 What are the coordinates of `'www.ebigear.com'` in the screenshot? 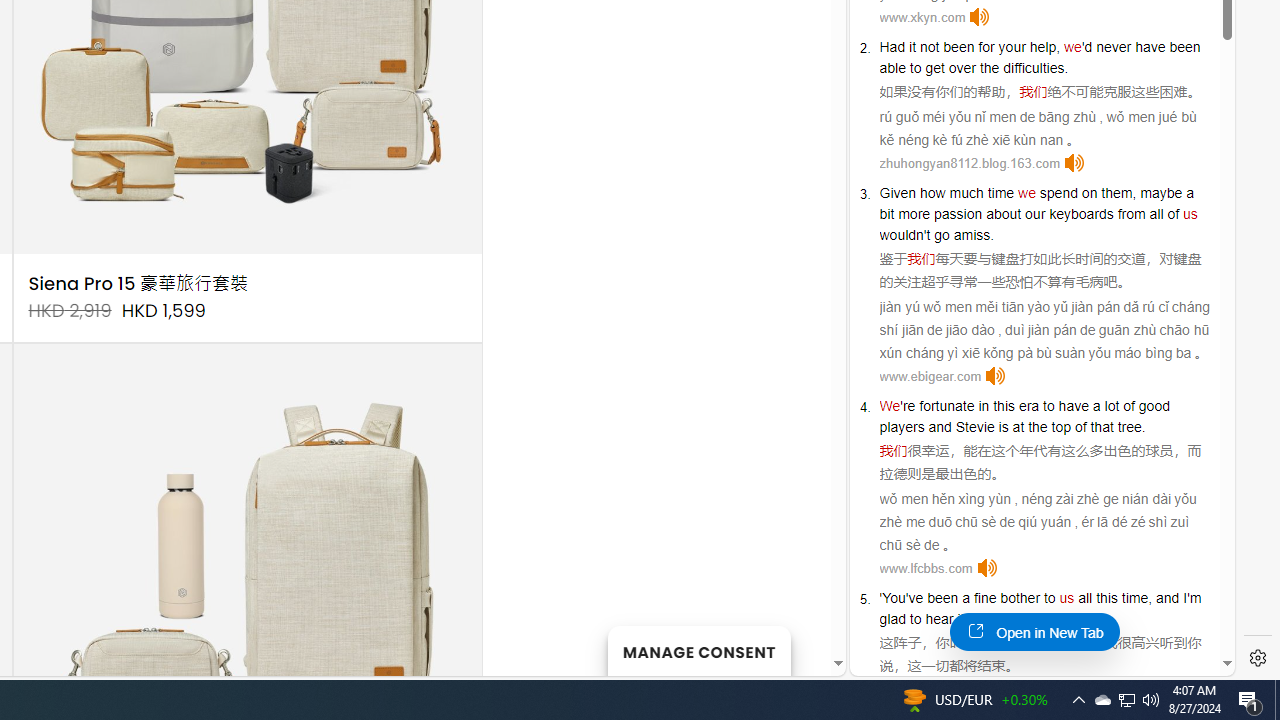 It's located at (929, 376).